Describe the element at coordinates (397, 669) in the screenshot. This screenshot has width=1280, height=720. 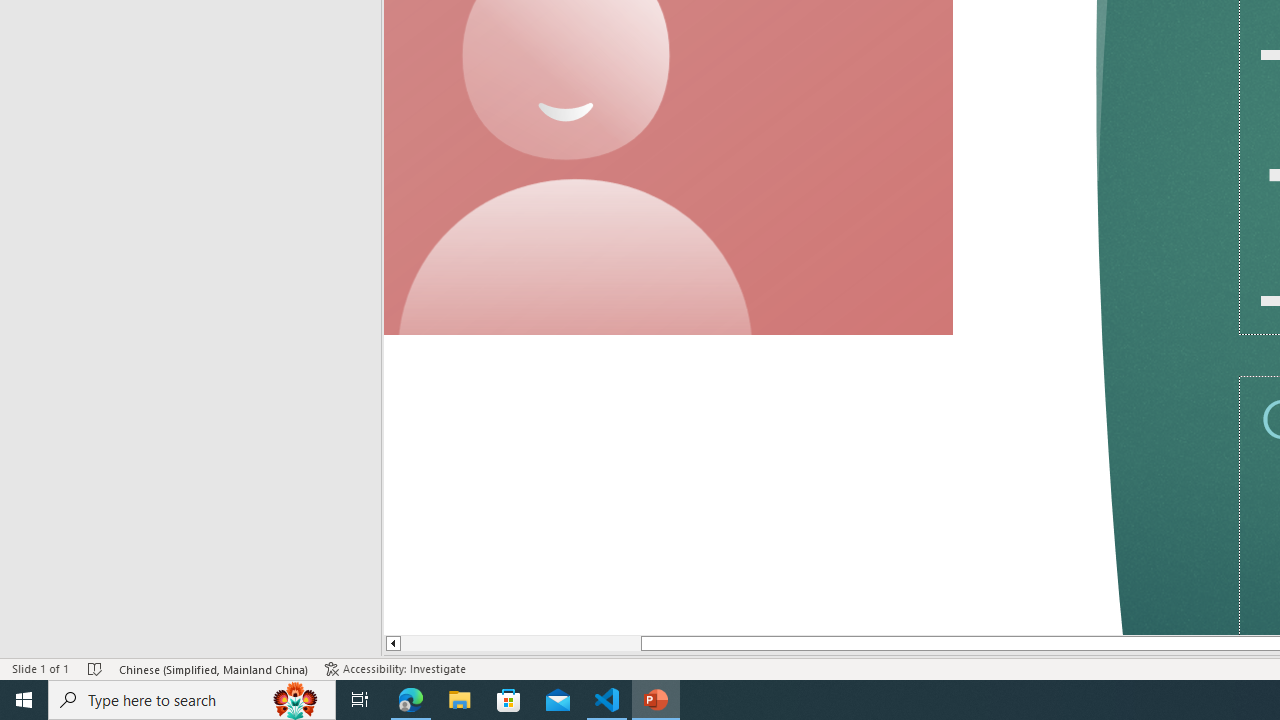
I see `'Accessibility Checker Accessibility: Investigate'` at that location.